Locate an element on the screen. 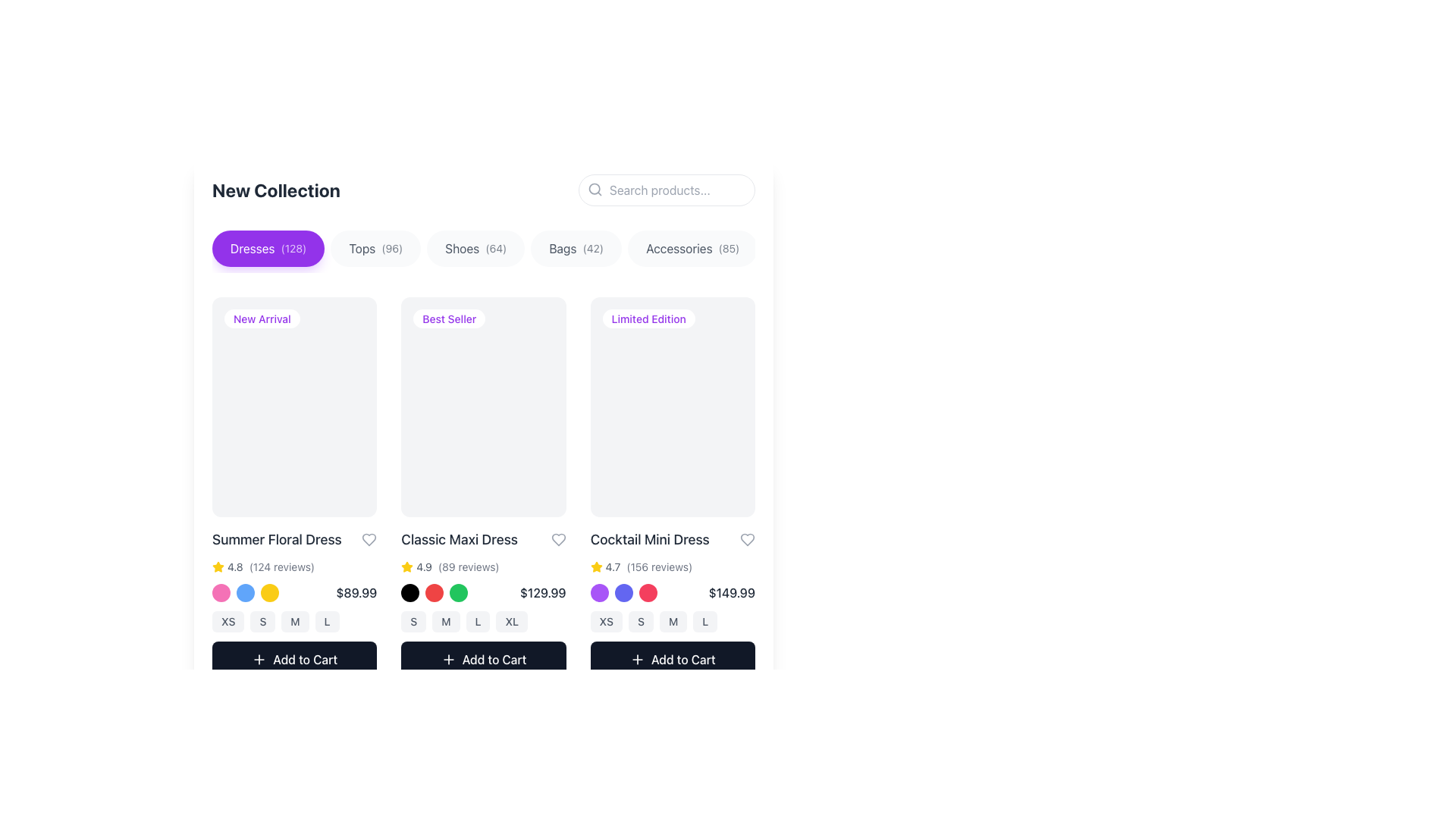 This screenshot has height=819, width=1456. the 'Classic Maxi Dress' text and heart icon in the second product card under the 'Dresses' section is located at coordinates (483, 538).